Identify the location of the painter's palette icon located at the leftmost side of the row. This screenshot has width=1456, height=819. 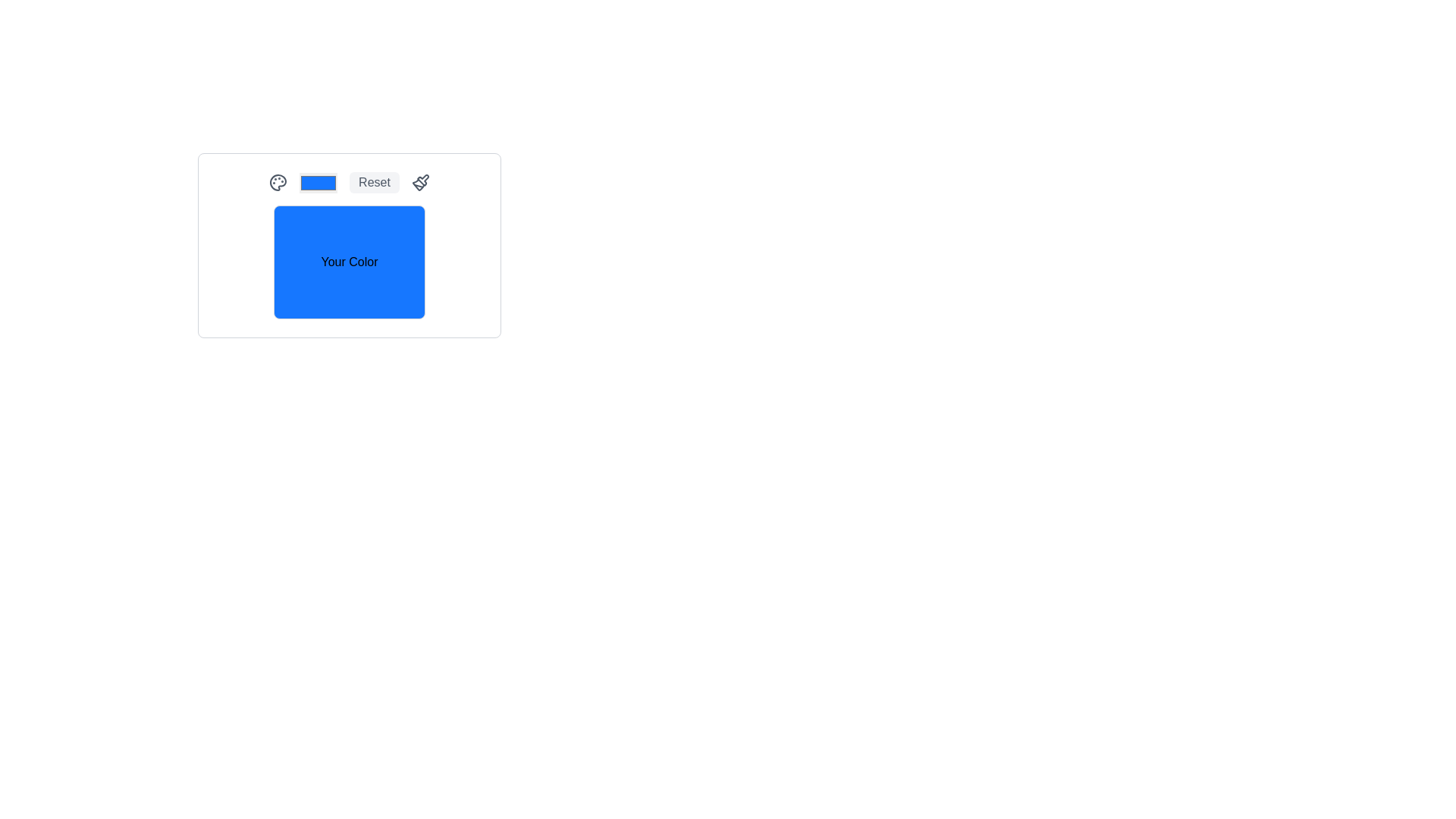
(278, 181).